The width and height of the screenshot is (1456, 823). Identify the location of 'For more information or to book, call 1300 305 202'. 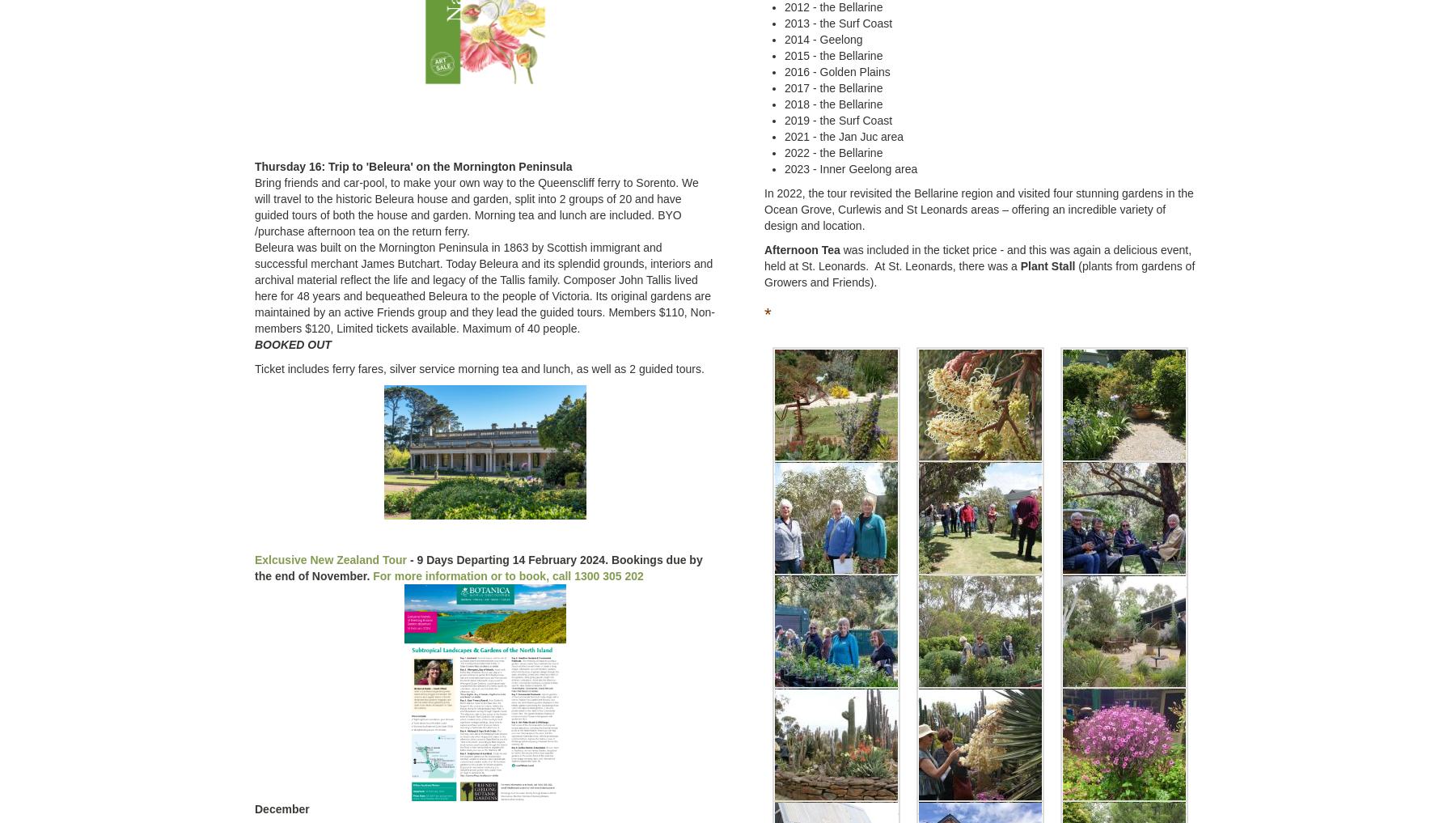
(508, 575).